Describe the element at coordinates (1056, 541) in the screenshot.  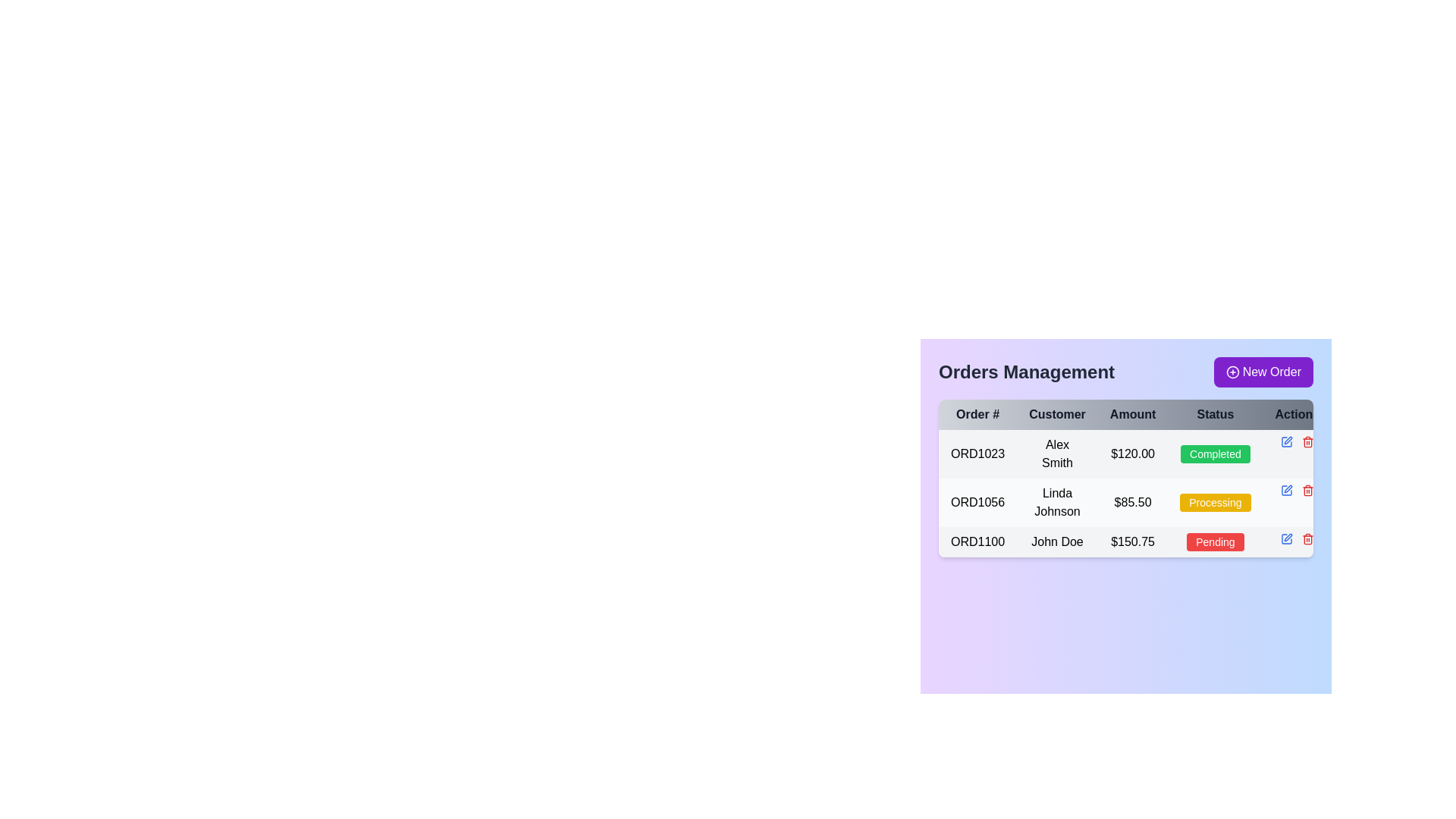
I see `the Label displaying 'John Doe' located in the 'Customer' column of the order 'ORD1100' in the table` at that location.